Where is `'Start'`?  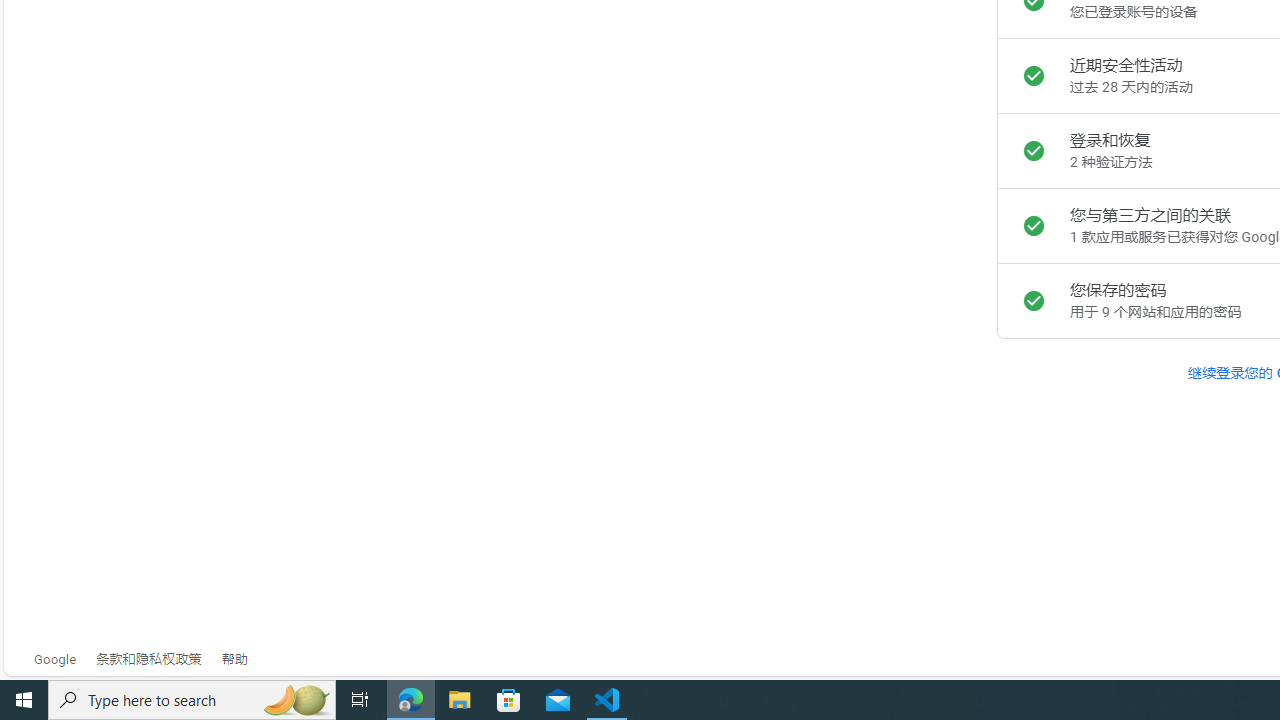 'Start' is located at coordinates (24, 698).